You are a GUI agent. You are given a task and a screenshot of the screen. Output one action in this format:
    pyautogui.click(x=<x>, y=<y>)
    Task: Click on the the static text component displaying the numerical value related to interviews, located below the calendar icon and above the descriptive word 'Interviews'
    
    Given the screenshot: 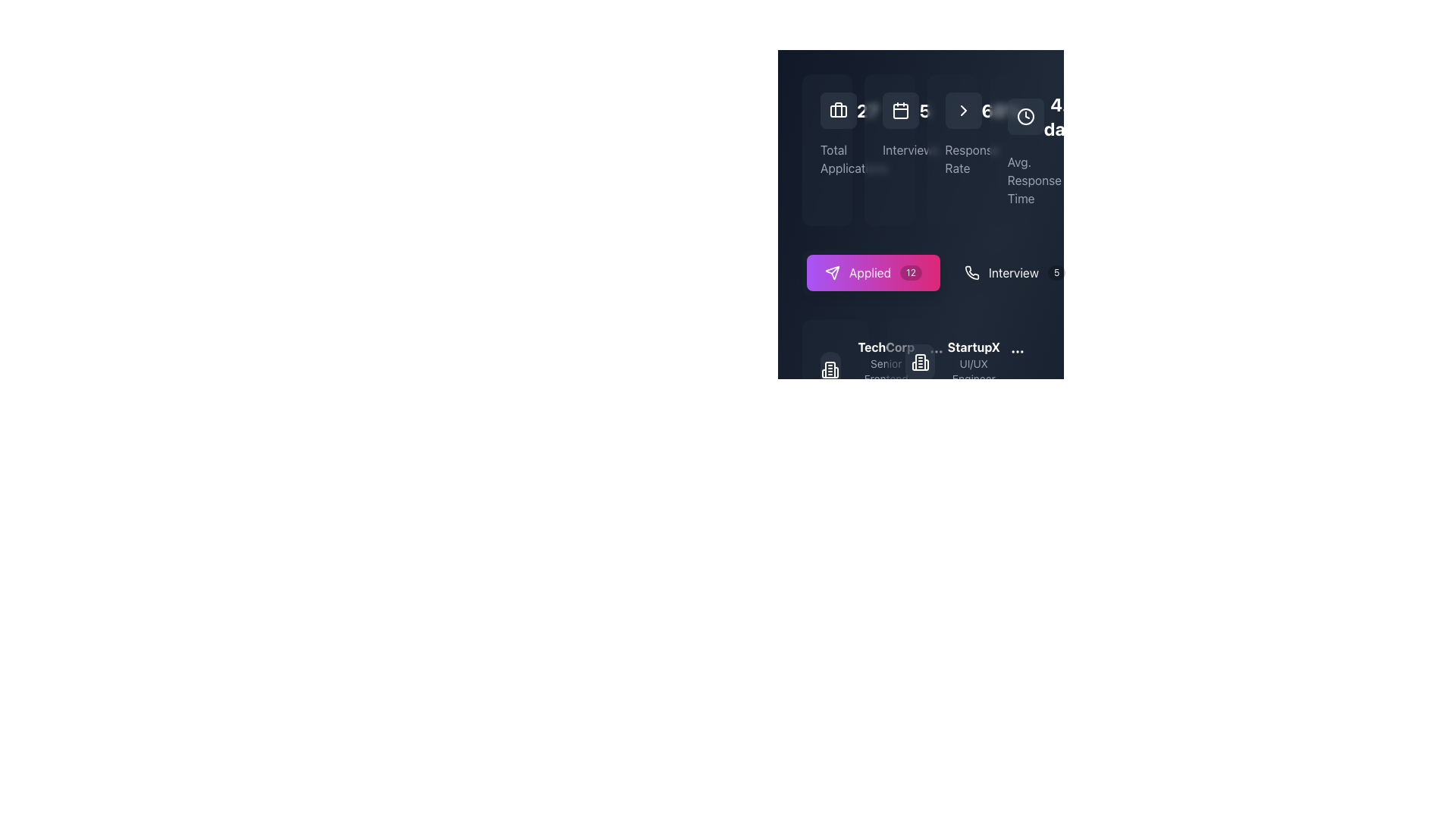 What is the action you would take?
    pyautogui.click(x=890, y=110)
    